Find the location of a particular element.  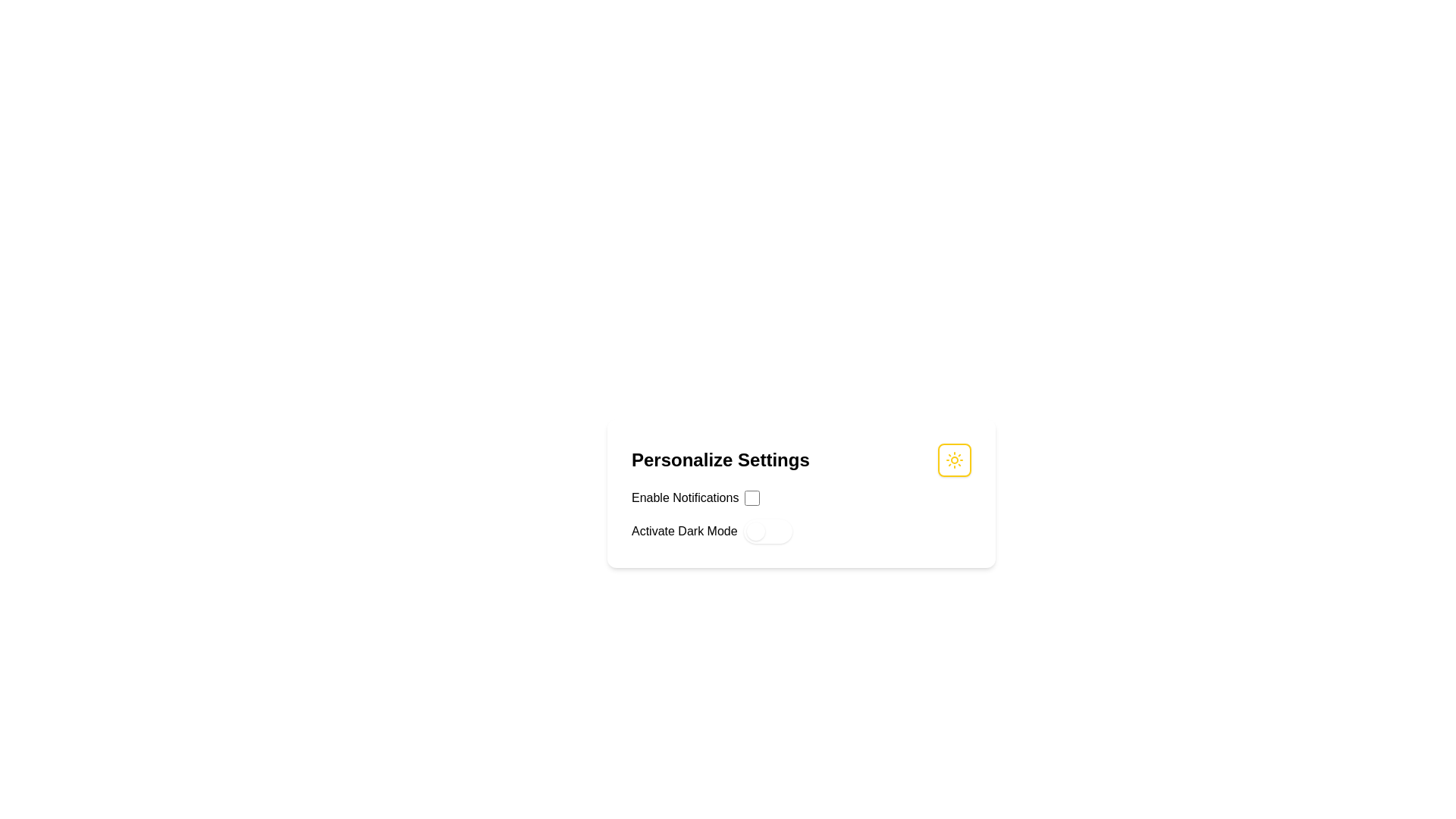

the 'Enable Notifications' text label, which is a black font on a white background located on the left side of a settings panel, adjacent to a checkbox is located at coordinates (684, 497).